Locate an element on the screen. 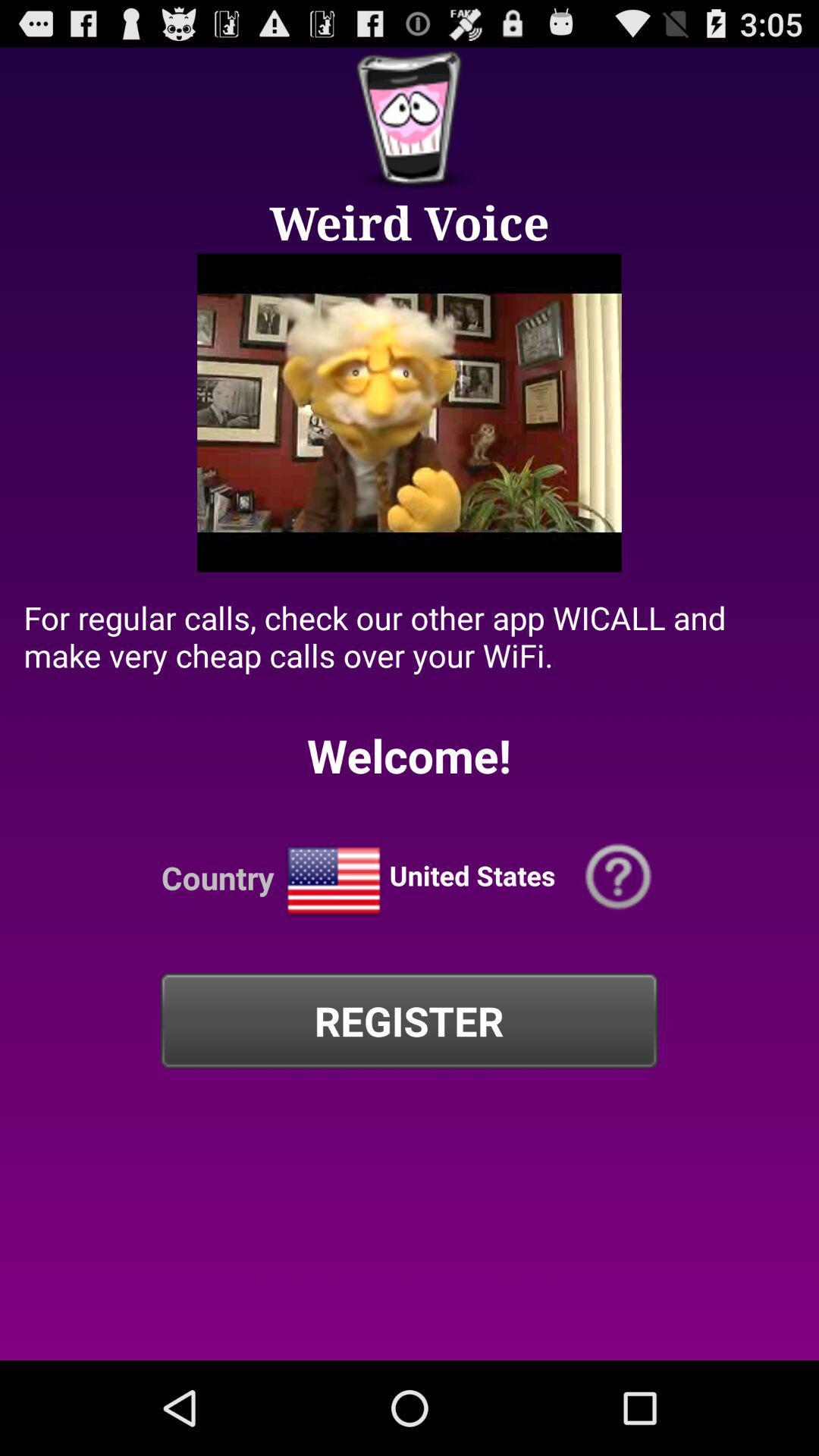 This screenshot has height=1456, width=819. country is located at coordinates (333, 881).